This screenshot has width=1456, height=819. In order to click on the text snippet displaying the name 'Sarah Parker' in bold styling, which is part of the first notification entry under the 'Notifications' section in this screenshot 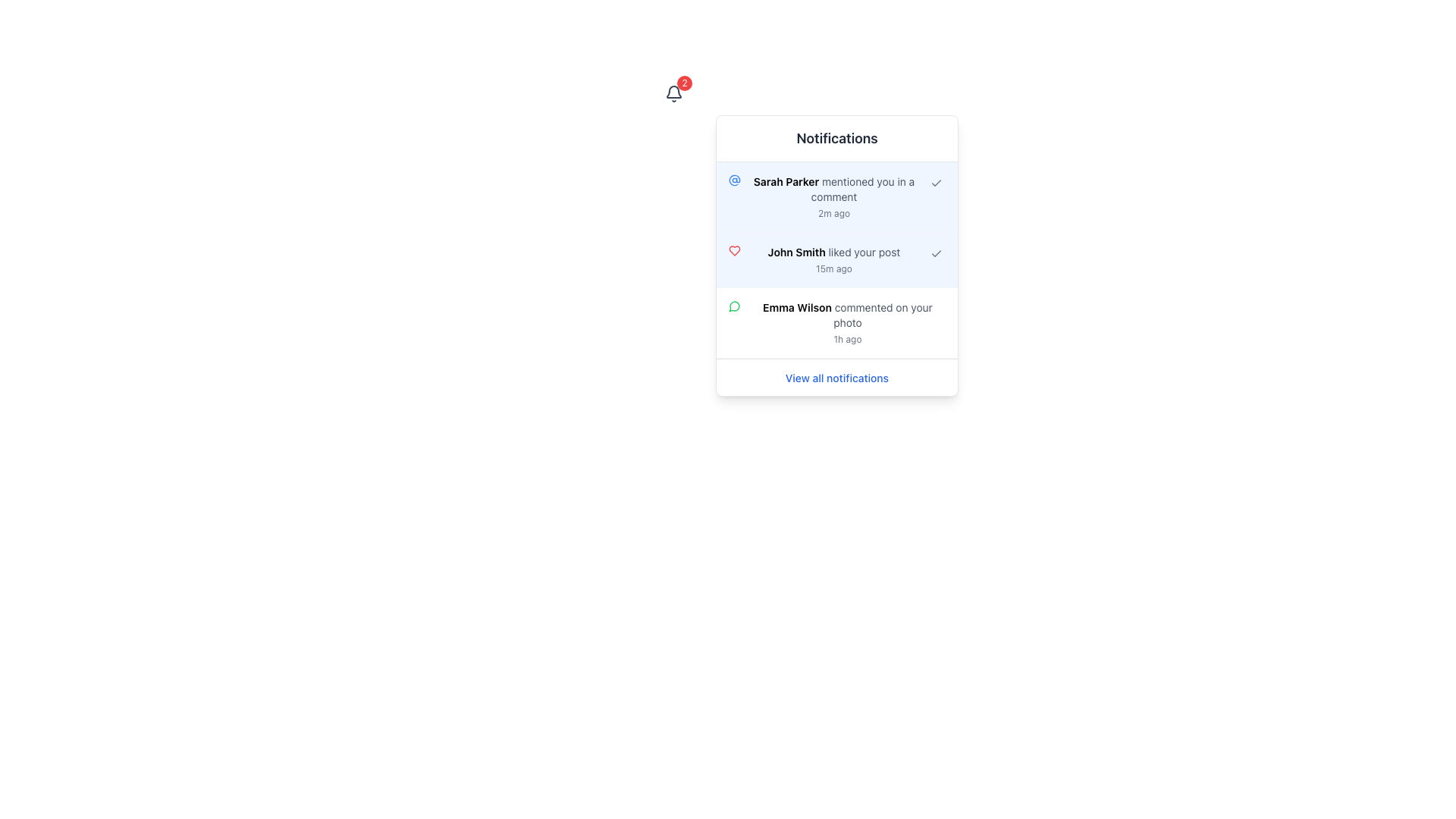, I will do `click(786, 180)`.